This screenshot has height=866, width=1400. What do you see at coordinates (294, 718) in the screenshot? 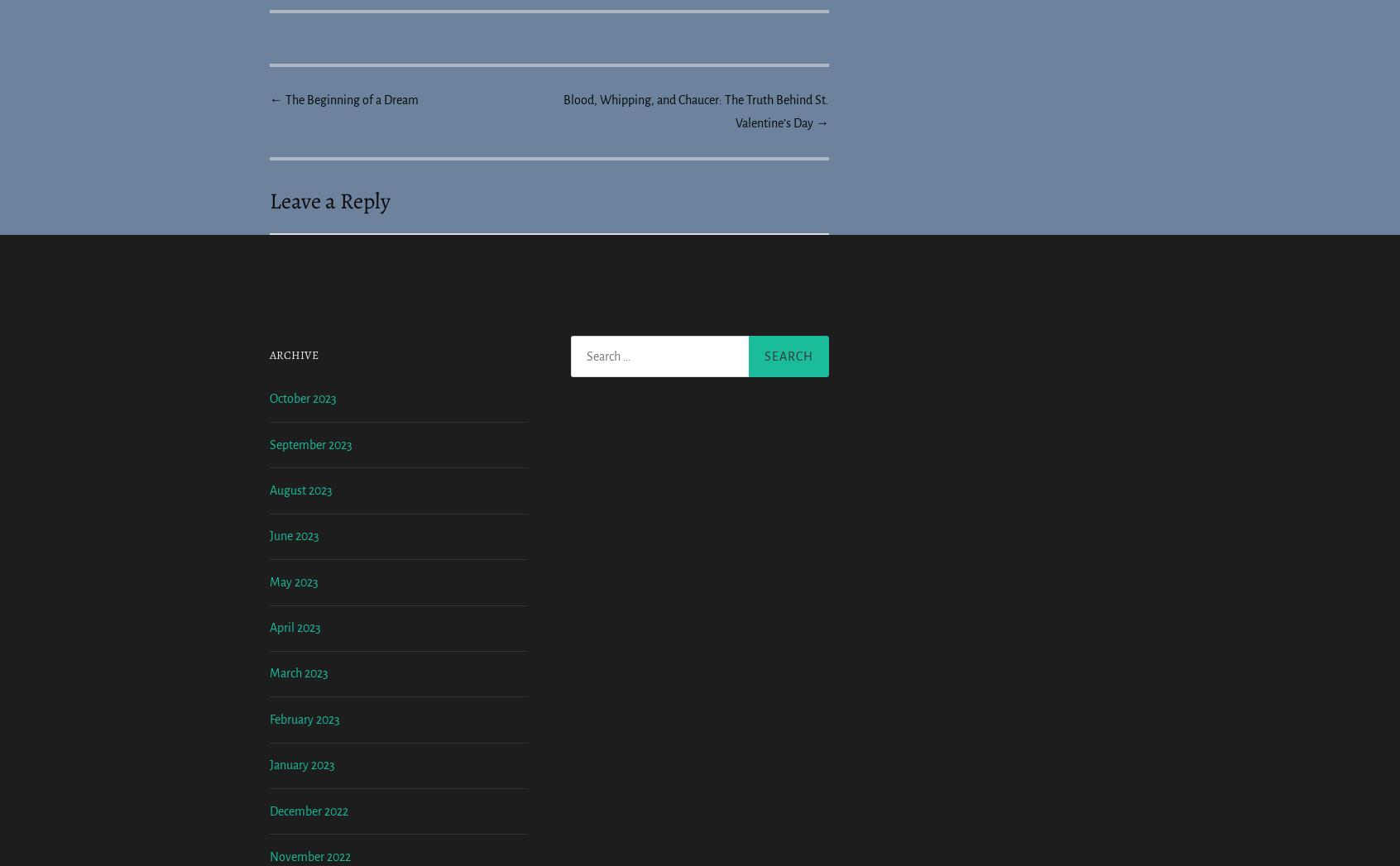
I see `'May 2023'` at bounding box center [294, 718].